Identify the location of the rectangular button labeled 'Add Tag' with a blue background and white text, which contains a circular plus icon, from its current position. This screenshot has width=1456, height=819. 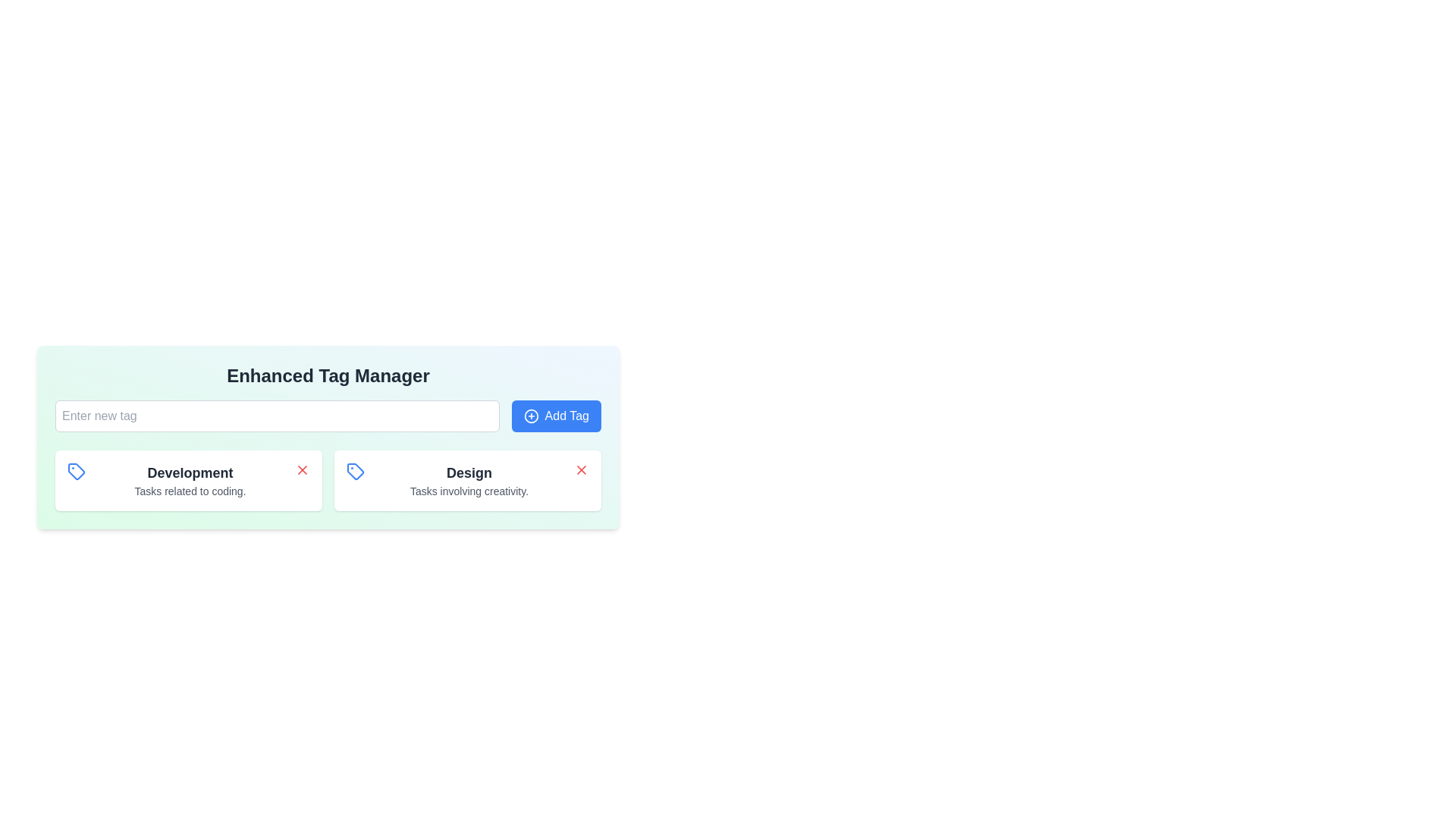
(555, 416).